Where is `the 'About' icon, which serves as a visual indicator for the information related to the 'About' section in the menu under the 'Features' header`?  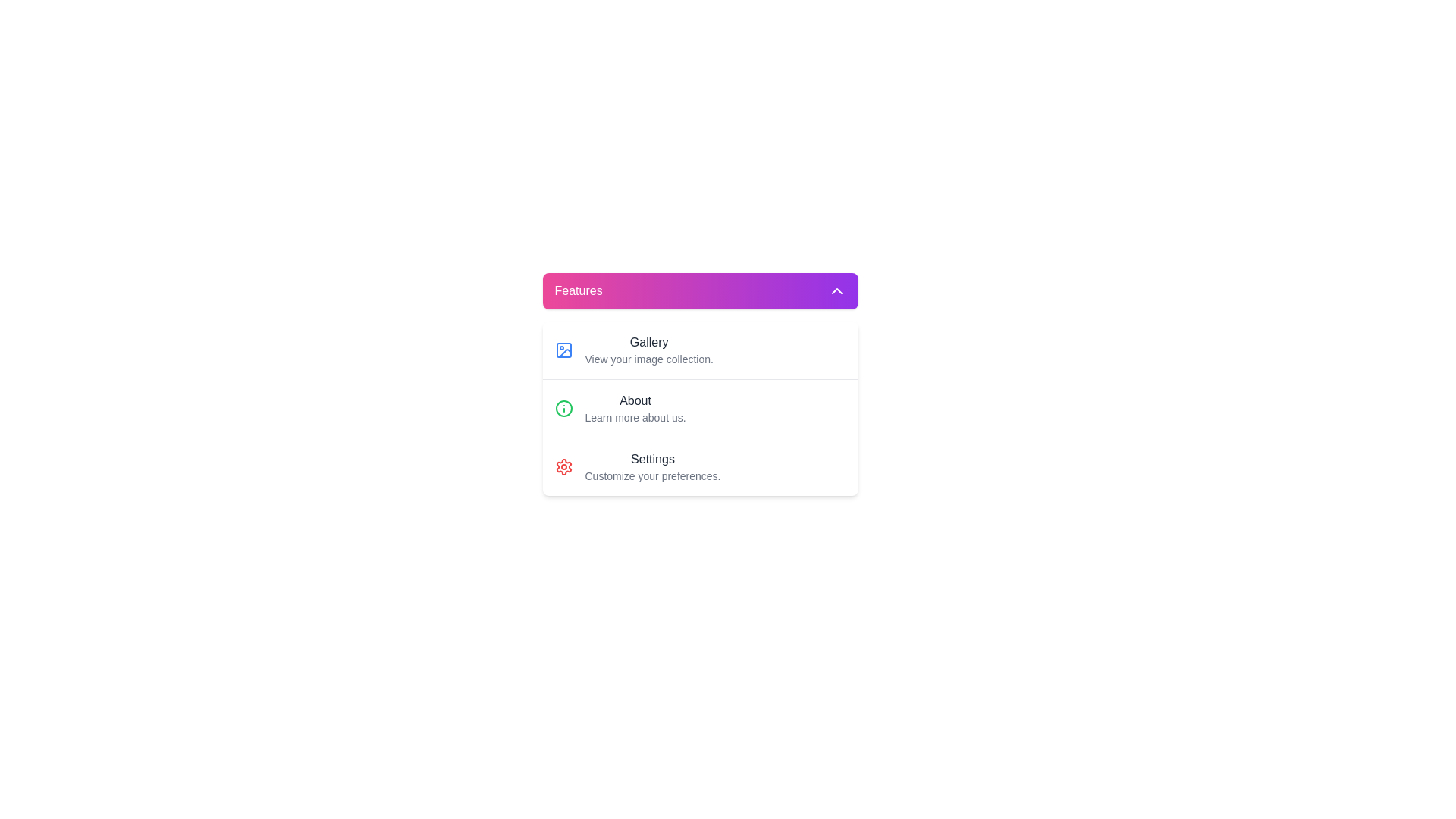 the 'About' icon, which serves as a visual indicator for the information related to the 'About' section in the menu under the 'Features' header is located at coordinates (563, 408).